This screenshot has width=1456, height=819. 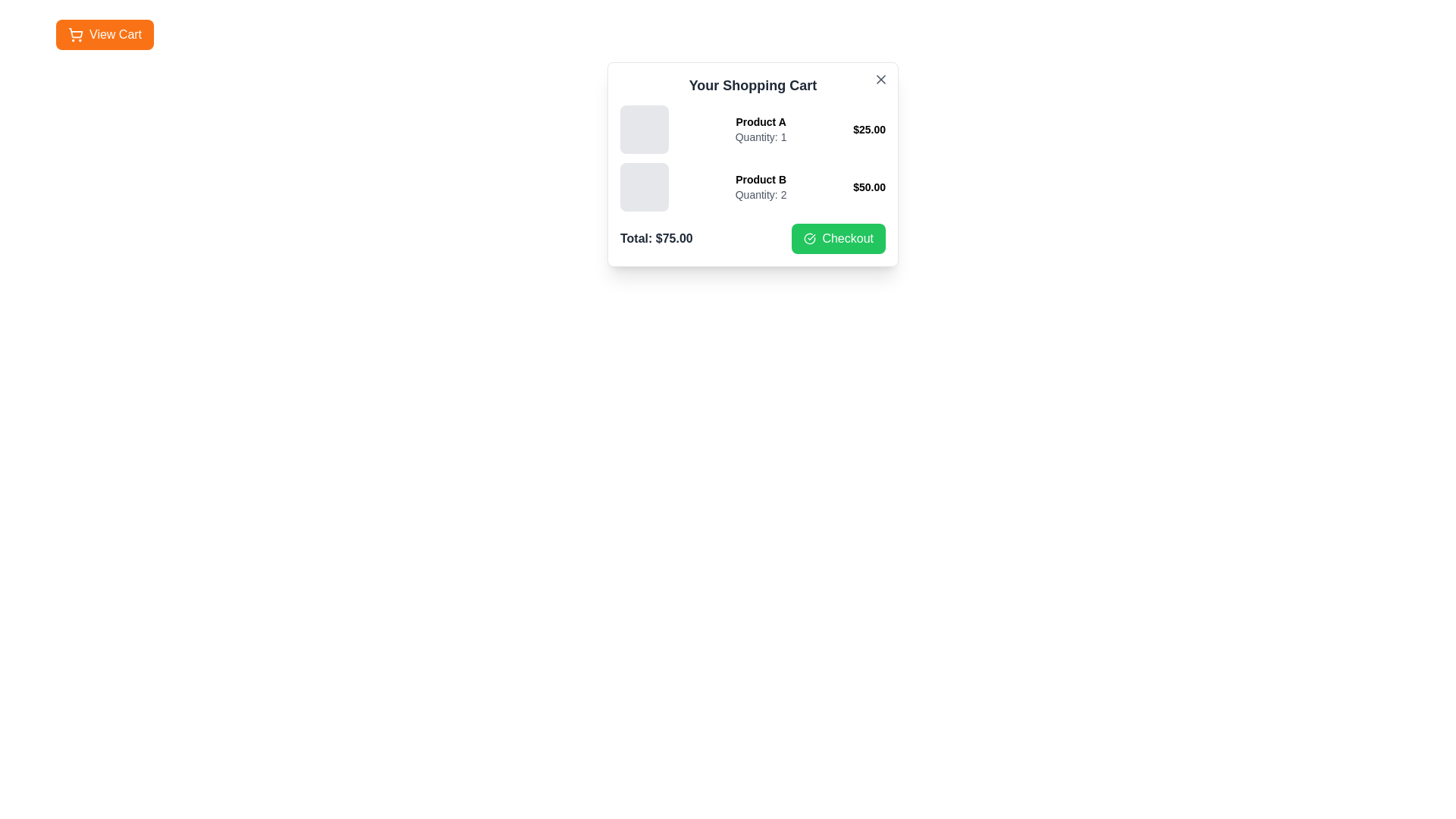 I want to click on the 'close' button represented by an SVG element in the upper-right corner of the shopping cart modal, so click(x=880, y=79).